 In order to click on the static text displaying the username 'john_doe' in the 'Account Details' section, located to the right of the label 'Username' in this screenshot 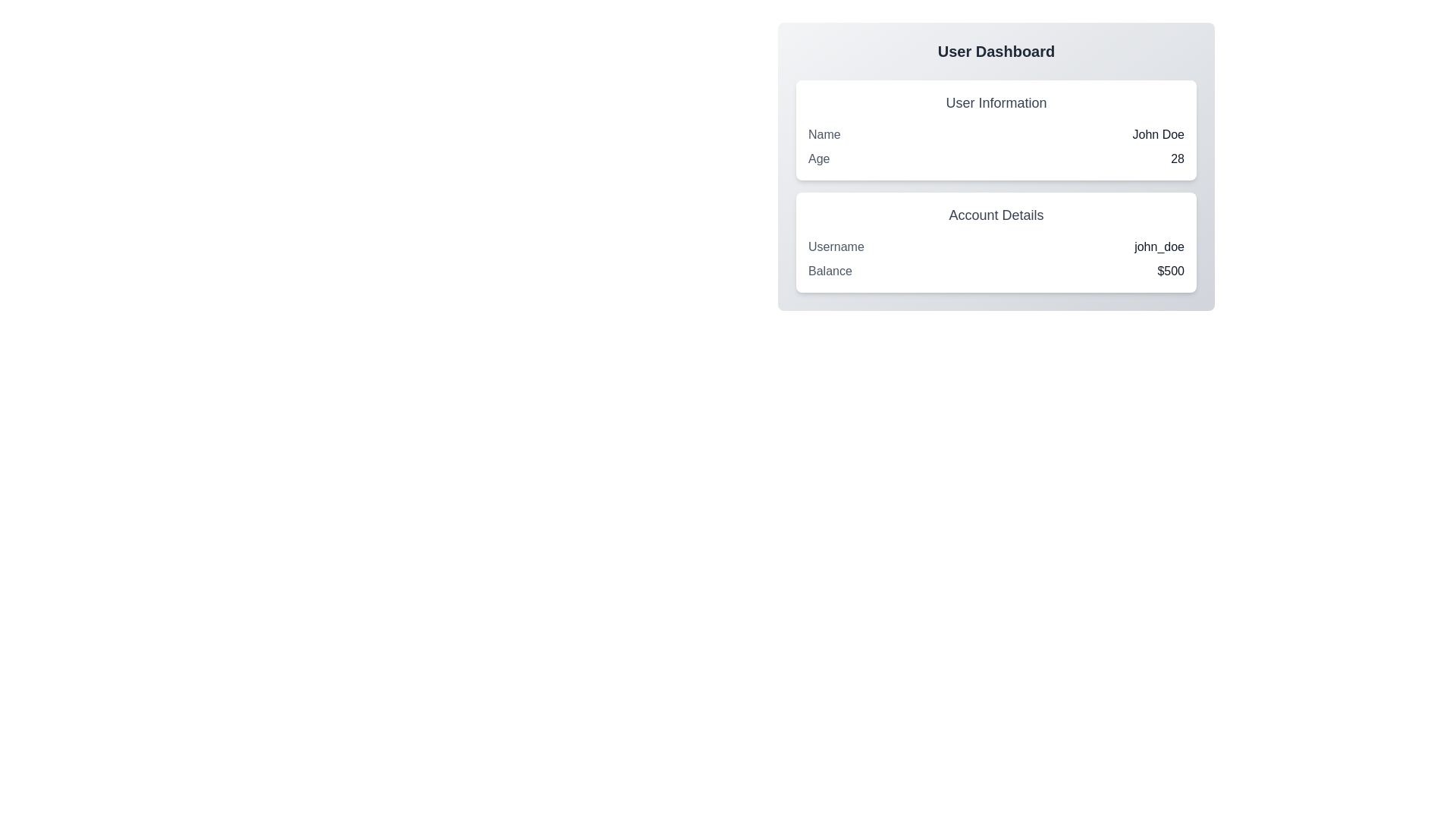, I will do `click(1159, 246)`.